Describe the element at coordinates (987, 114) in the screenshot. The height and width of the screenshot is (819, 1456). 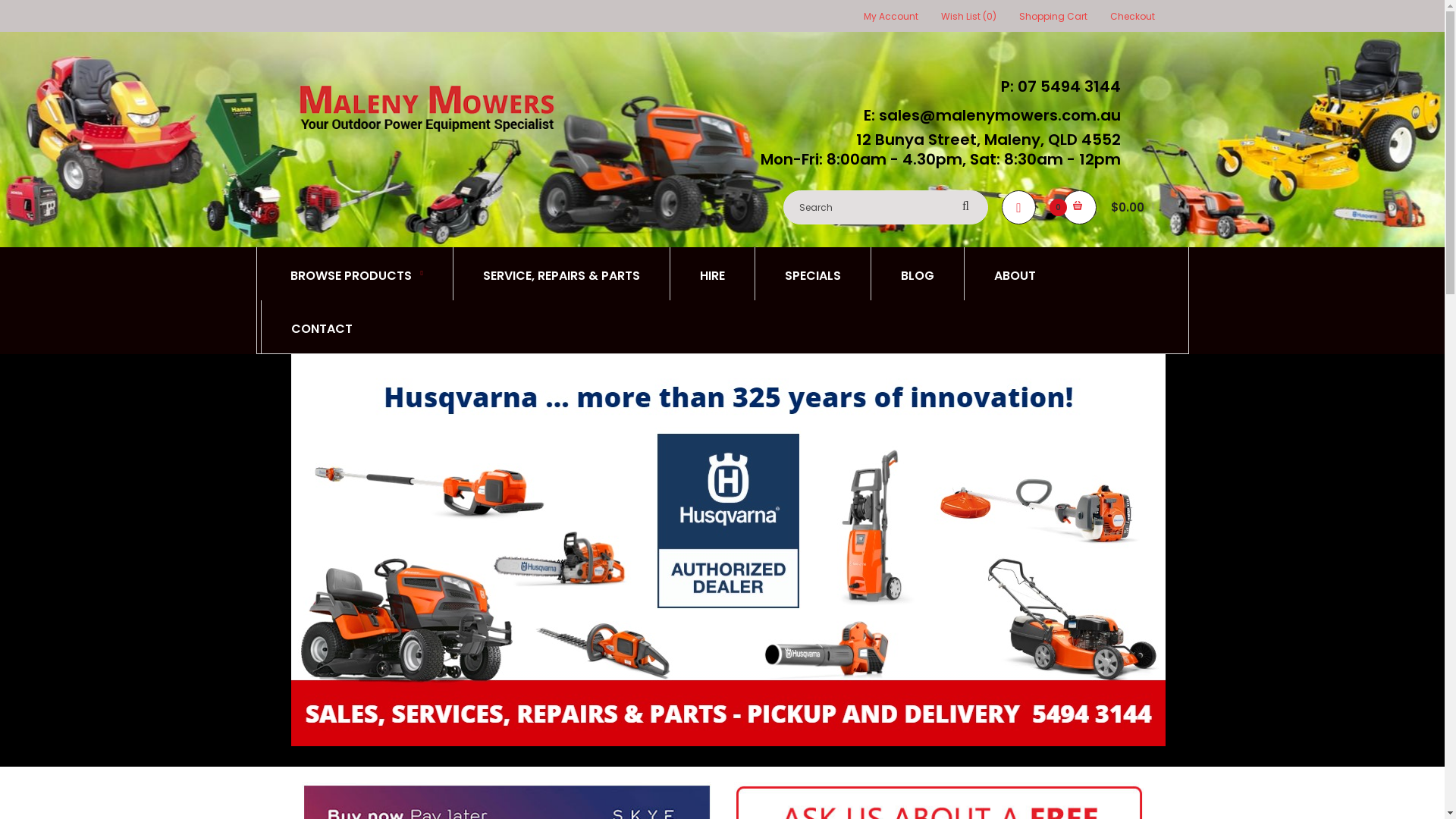
I see `'E: sales@malenymowers.com.au'` at that location.